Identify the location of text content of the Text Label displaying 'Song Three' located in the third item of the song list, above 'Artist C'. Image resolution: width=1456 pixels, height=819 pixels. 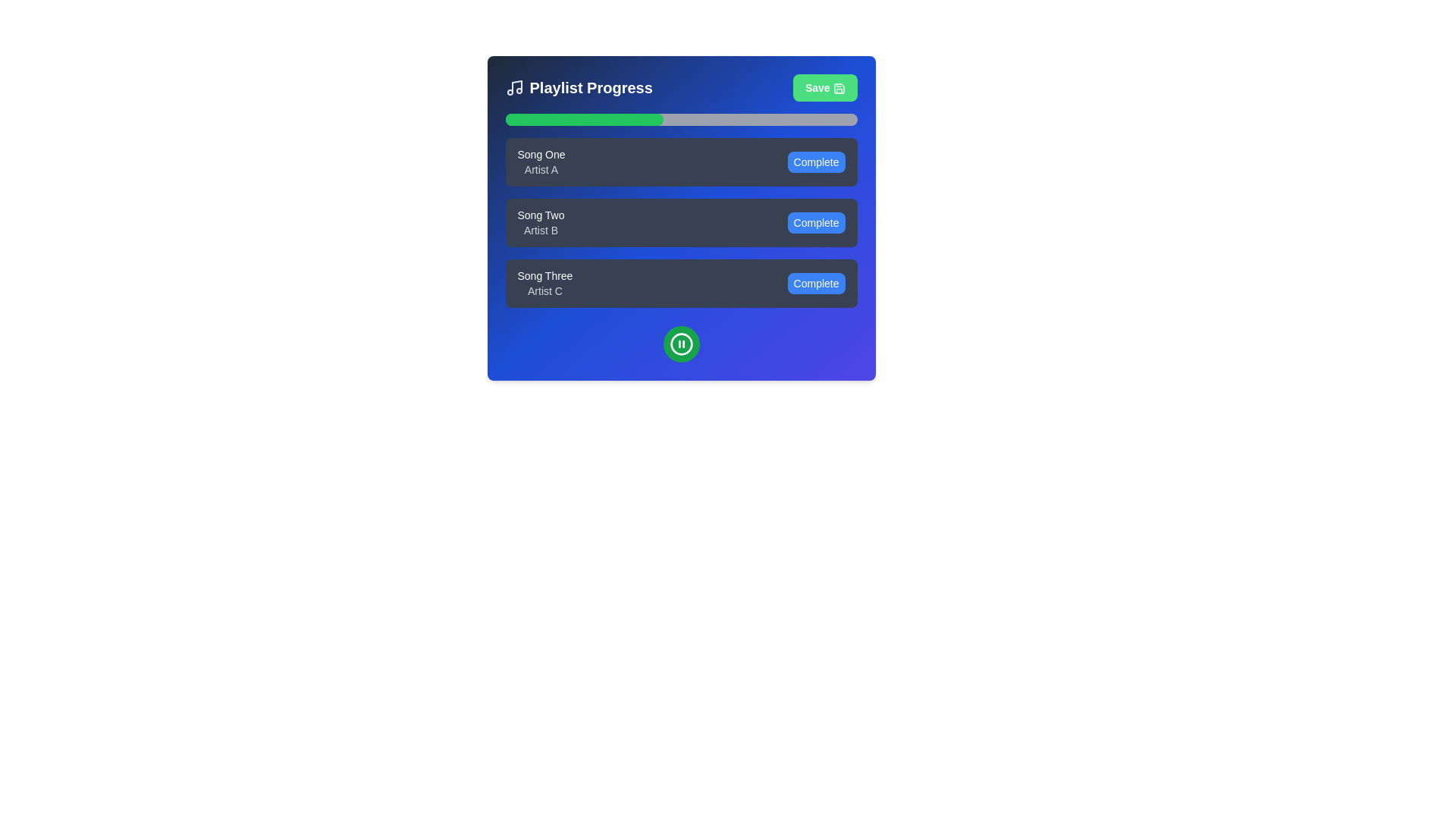
(545, 275).